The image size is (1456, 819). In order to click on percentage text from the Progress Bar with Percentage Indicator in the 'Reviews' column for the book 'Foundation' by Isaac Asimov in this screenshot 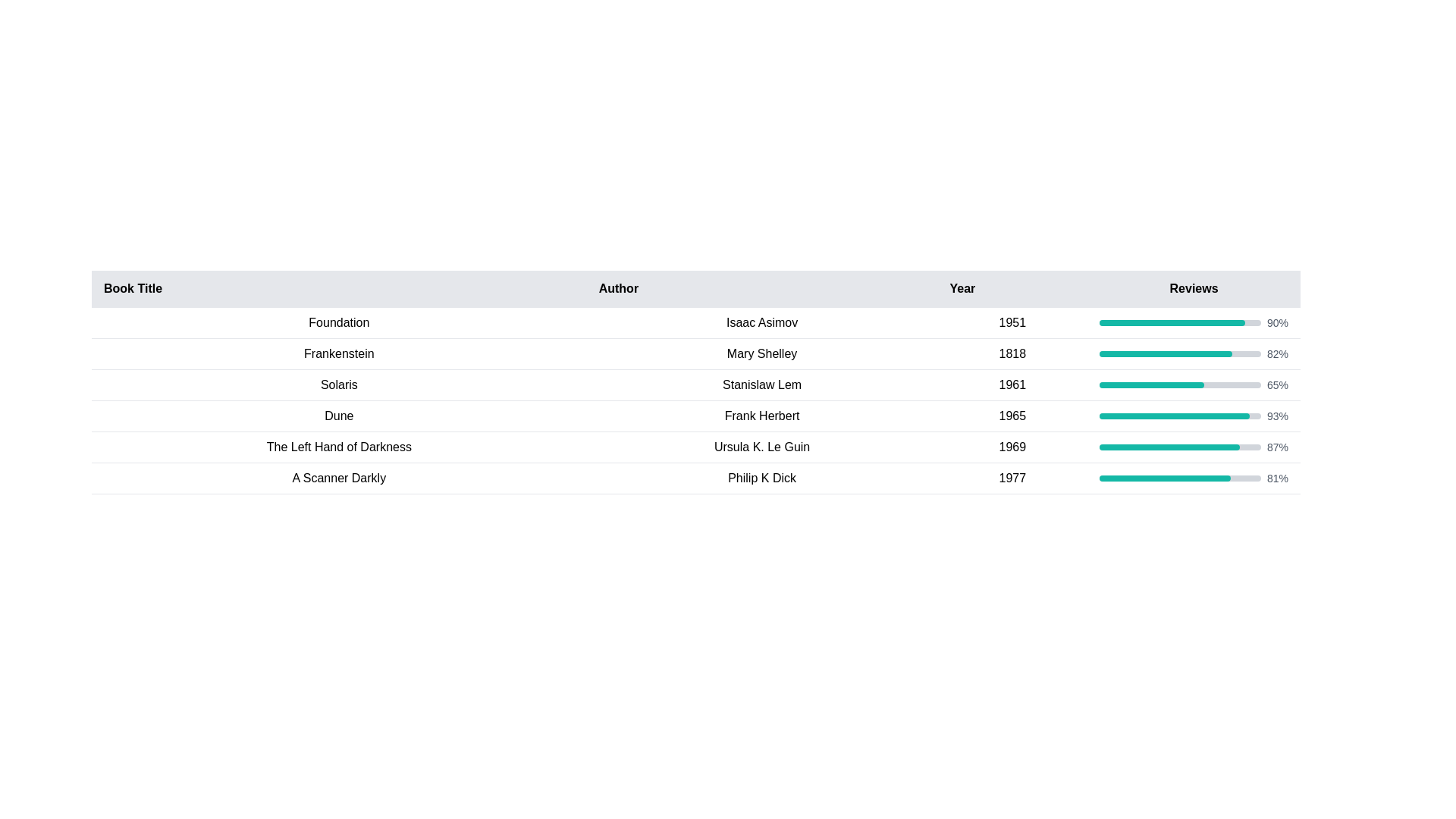, I will do `click(1193, 322)`.